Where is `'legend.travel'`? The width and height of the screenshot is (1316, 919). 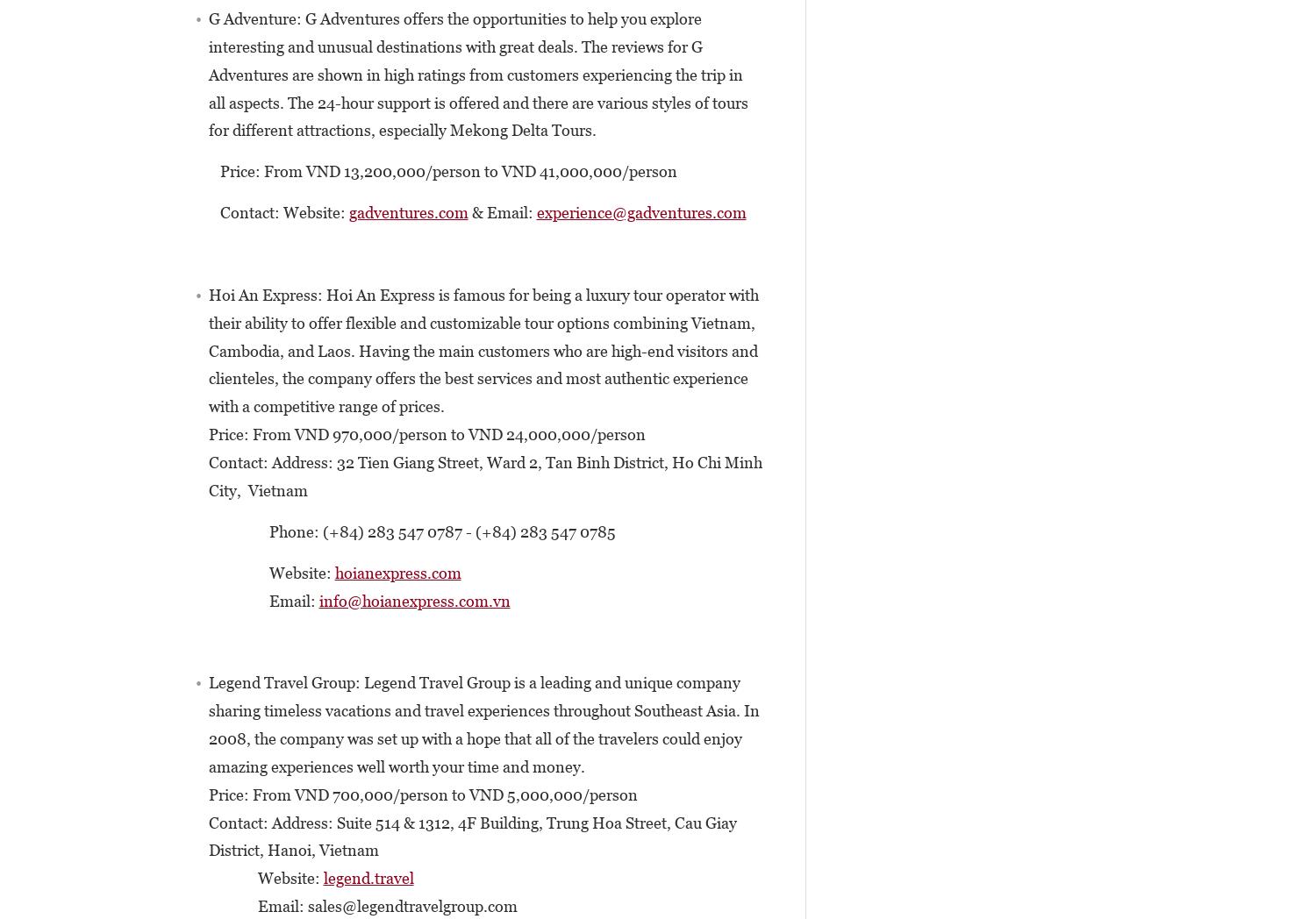
'legend.travel' is located at coordinates (368, 877).